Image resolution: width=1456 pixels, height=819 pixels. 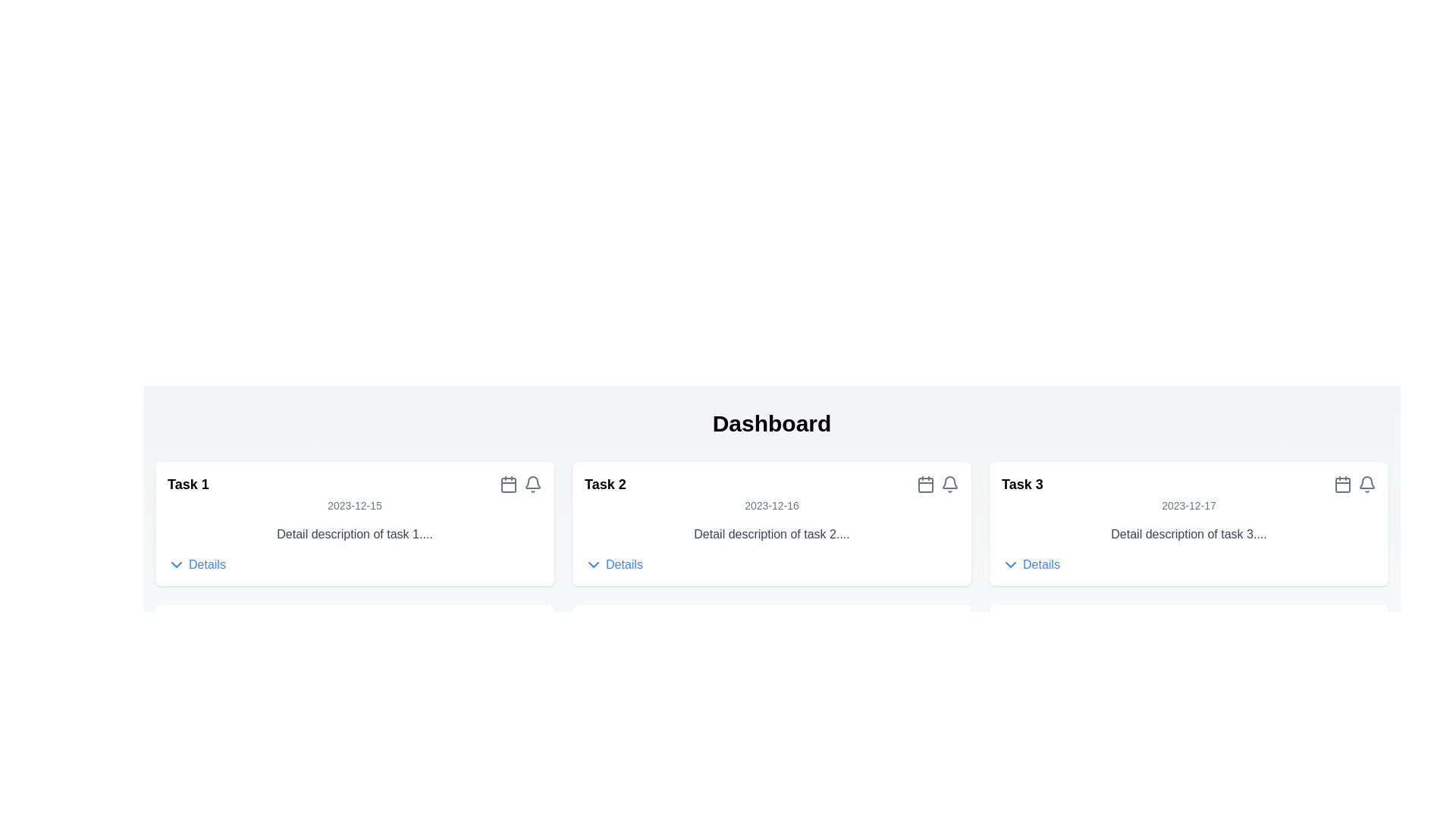 What do you see at coordinates (924, 485) in the screenshot?
I see `the outlined calendar icon with rounded edges, located in the 'Task 2' section` at bounding box center [924, 485].